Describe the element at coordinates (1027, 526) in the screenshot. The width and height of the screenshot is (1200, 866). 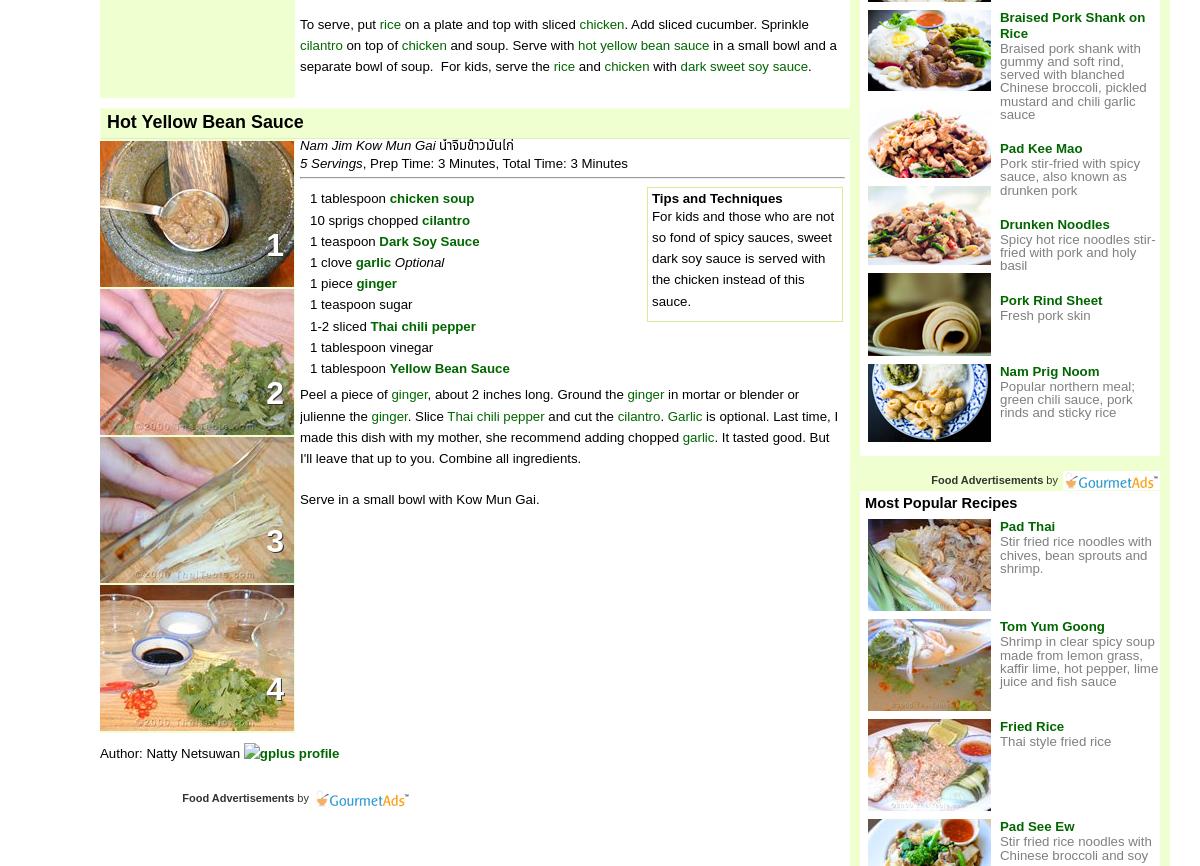
I see `'Pad Thai'` at that location.